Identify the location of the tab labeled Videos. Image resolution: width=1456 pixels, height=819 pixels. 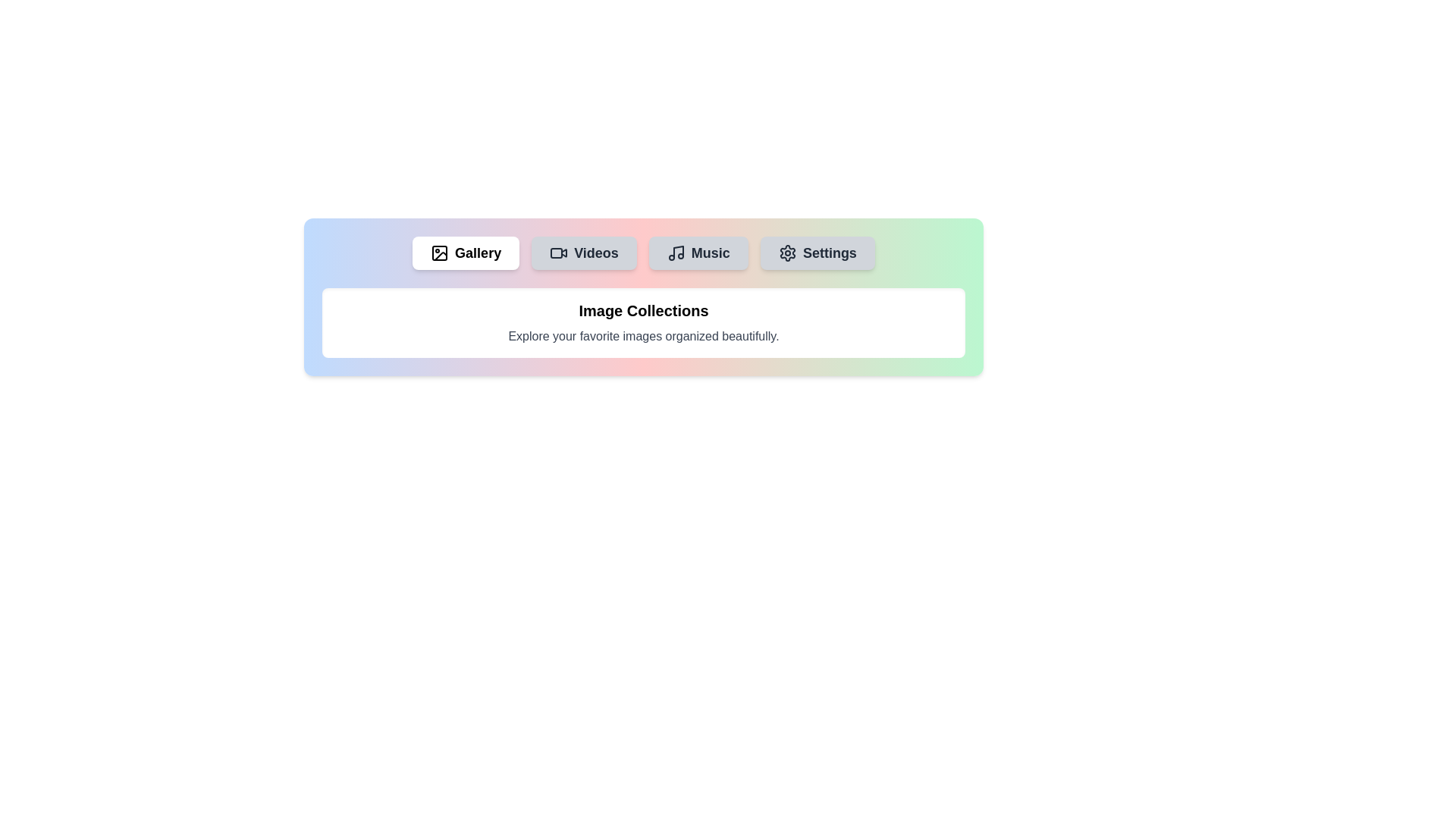
(583, 253).